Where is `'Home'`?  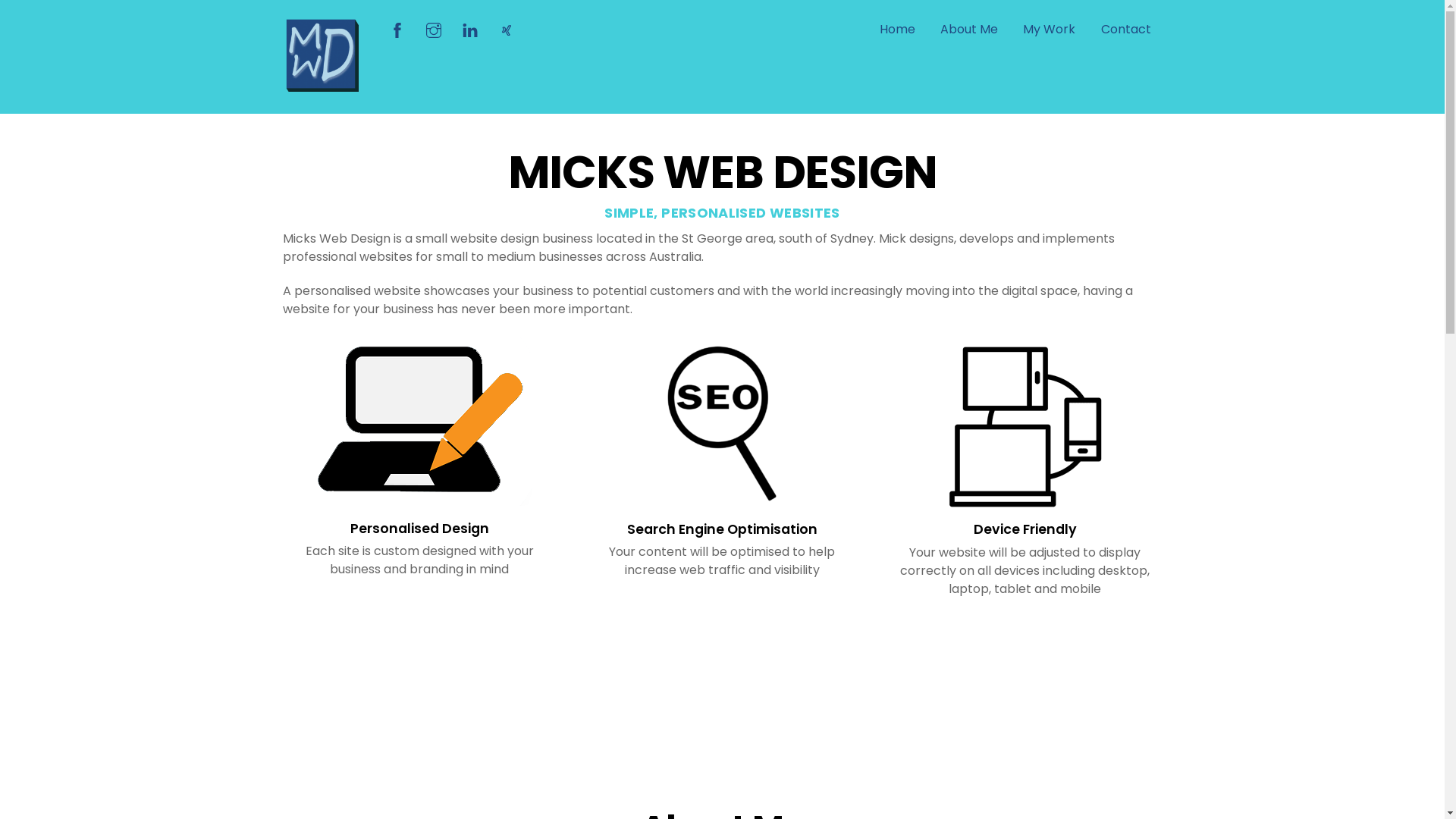
'Home' is located at coordinates (897, 30).